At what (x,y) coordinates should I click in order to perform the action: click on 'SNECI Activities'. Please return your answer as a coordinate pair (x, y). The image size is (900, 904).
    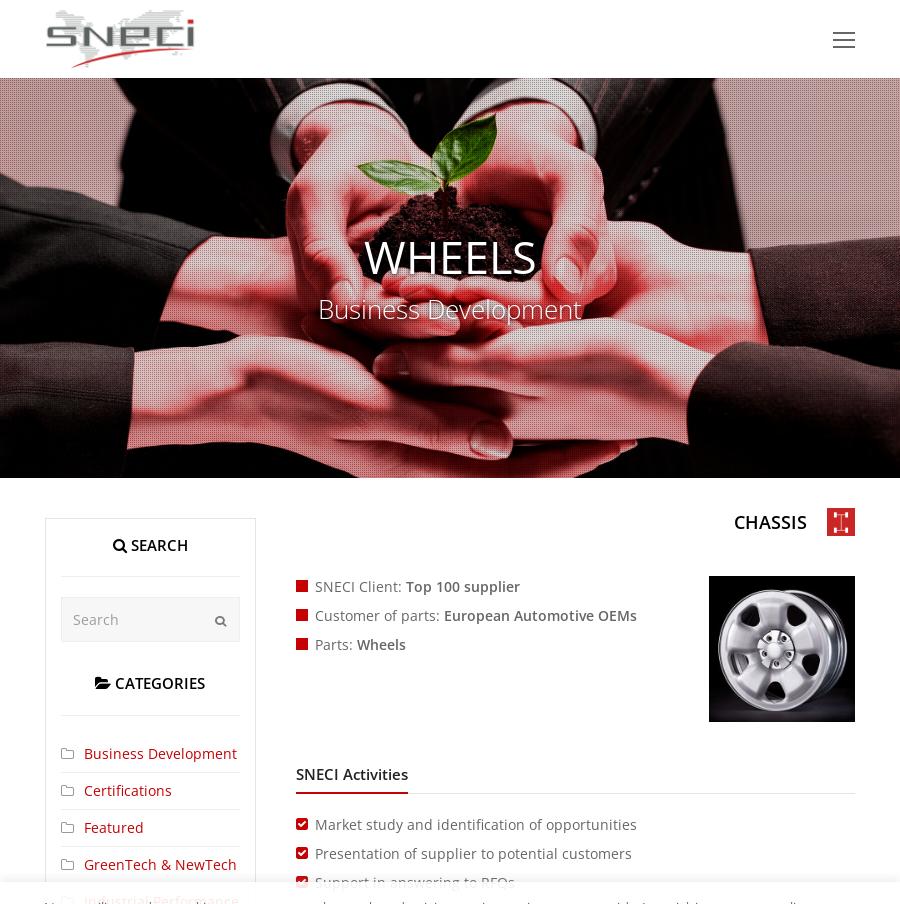
    Looking at the image, I should click on (351, 773).